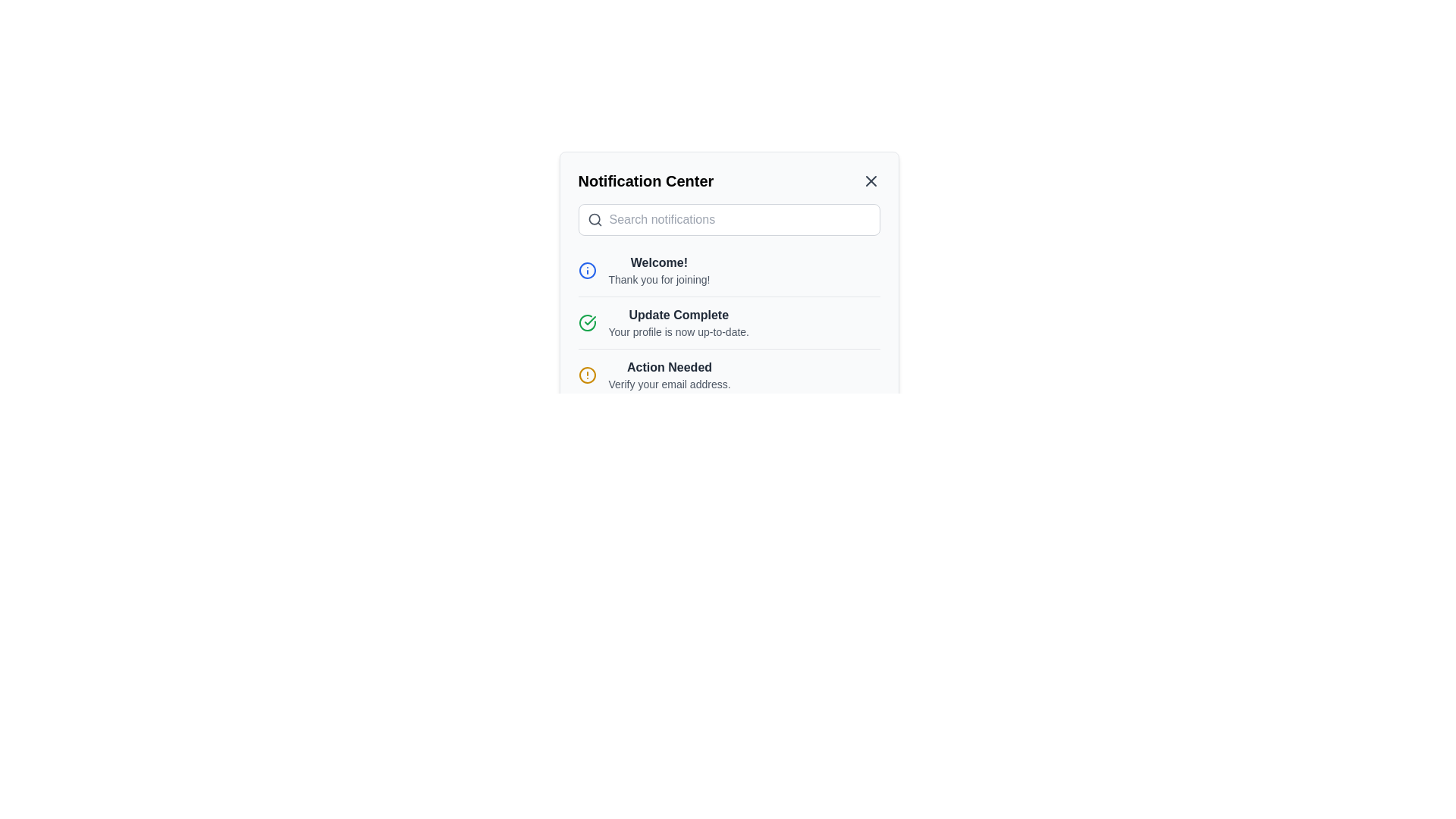 Image resolution: width=1456 pixels, height=819 pixels. Describe the element at coordinates (669, 383) in the screenshot. I see `text label that says 'Verify your email address.' which is located beneath the 'Action Needed' header in the notification panel` at that location.